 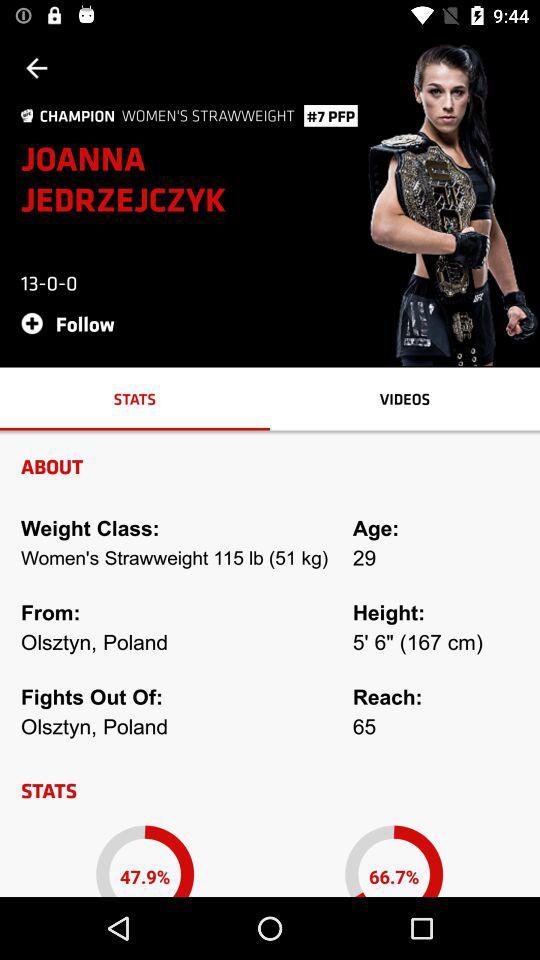 What do you see at coordinates (73, 323) in the screenshot?
I see `icon below 13-0-0` at bounding box center [73, 323].